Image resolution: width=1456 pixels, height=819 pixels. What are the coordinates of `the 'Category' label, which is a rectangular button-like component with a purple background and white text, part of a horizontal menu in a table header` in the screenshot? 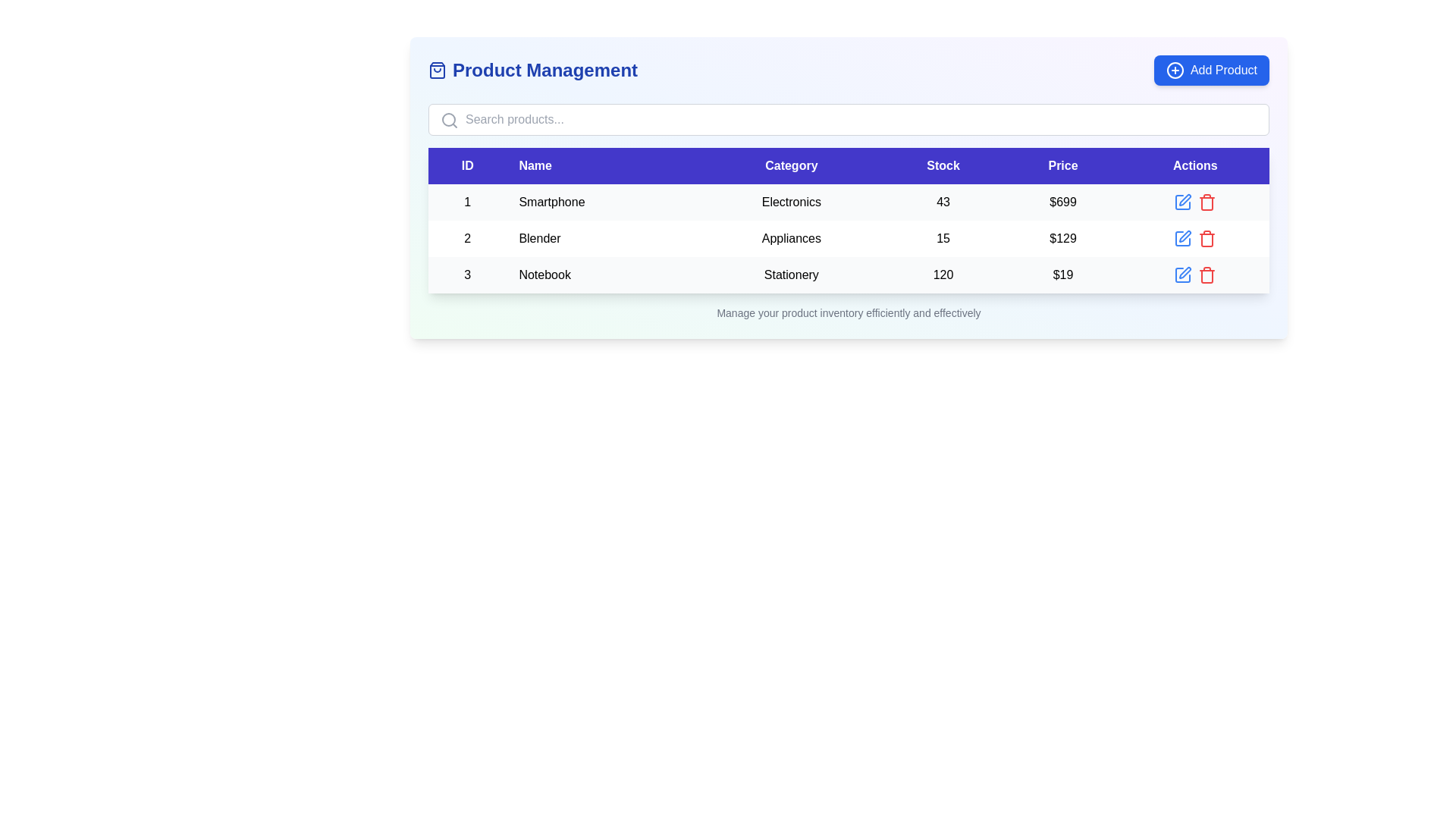 It's located at (790, 166).